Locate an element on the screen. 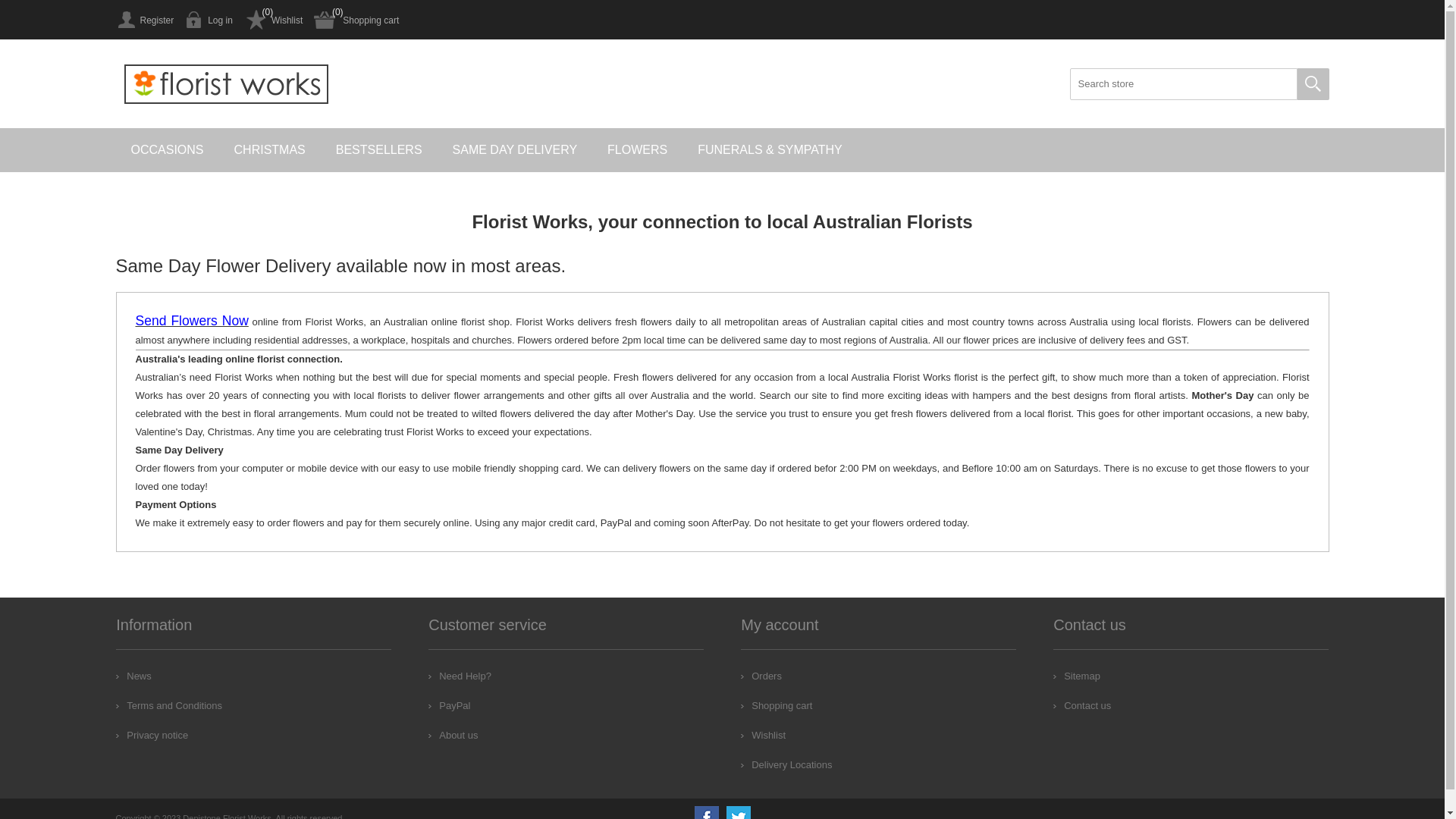 The width and height of the screenshot is (1456, 819). 'Sitemap' is located at coordinates (1076, 675).